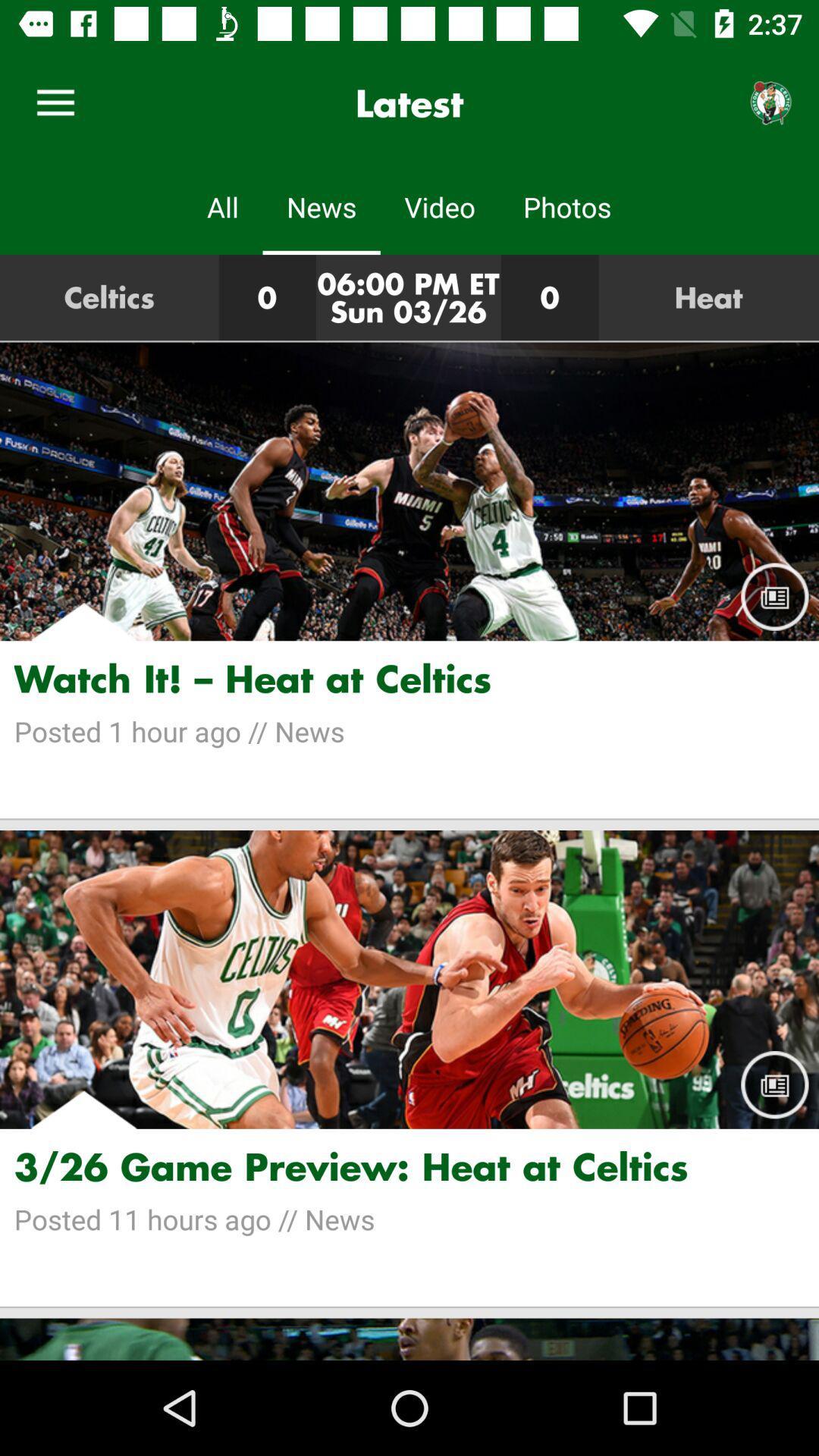 Image resolution: width=819 pixels, height=1456 pixels. What do you see at coordinates (55, 102) in the screenshot?
I see `the item next to latest` at bounding box center [55, 102].